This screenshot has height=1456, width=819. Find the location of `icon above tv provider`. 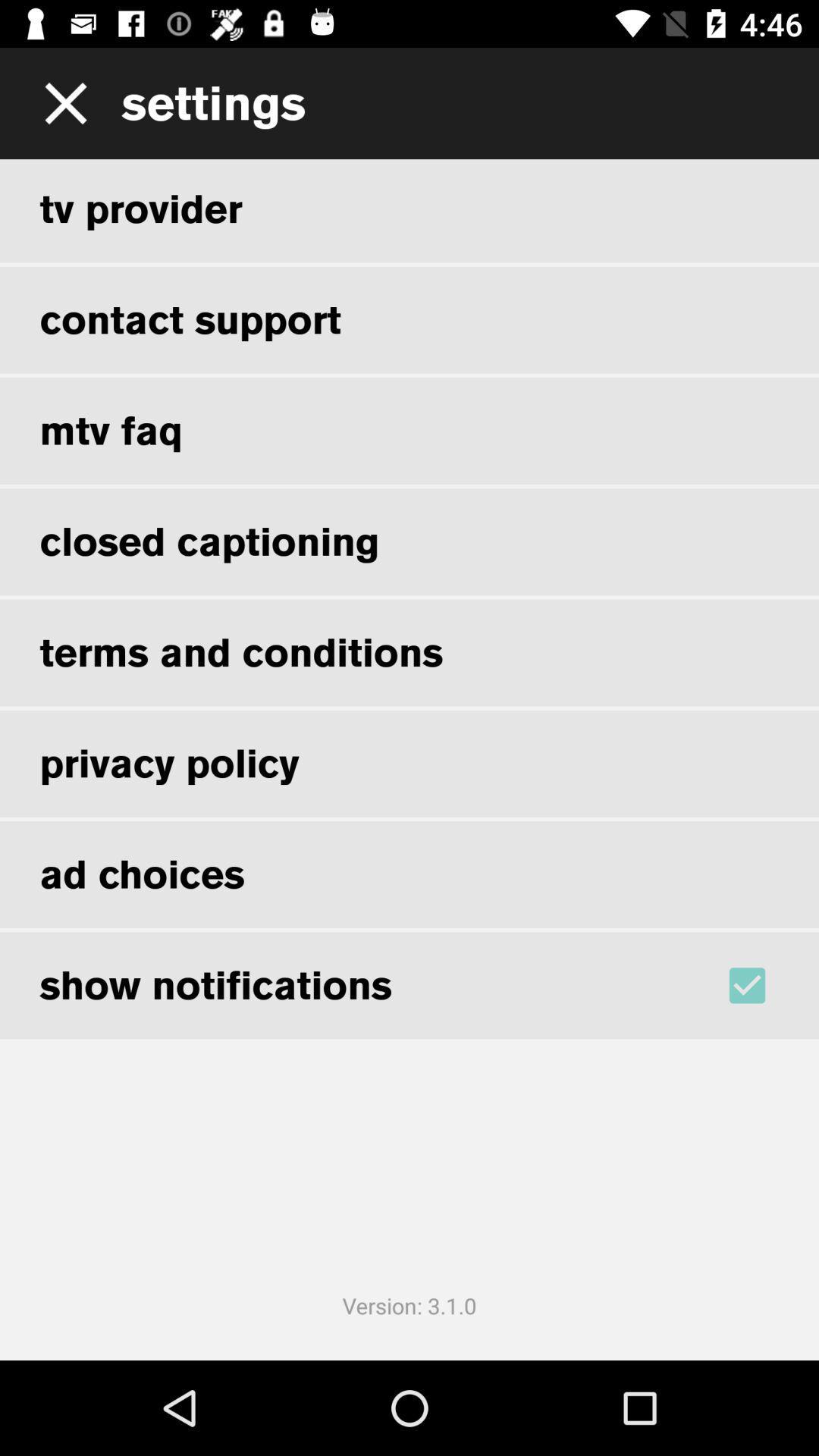

icon above tv provider is located at coordinates (60, 102).